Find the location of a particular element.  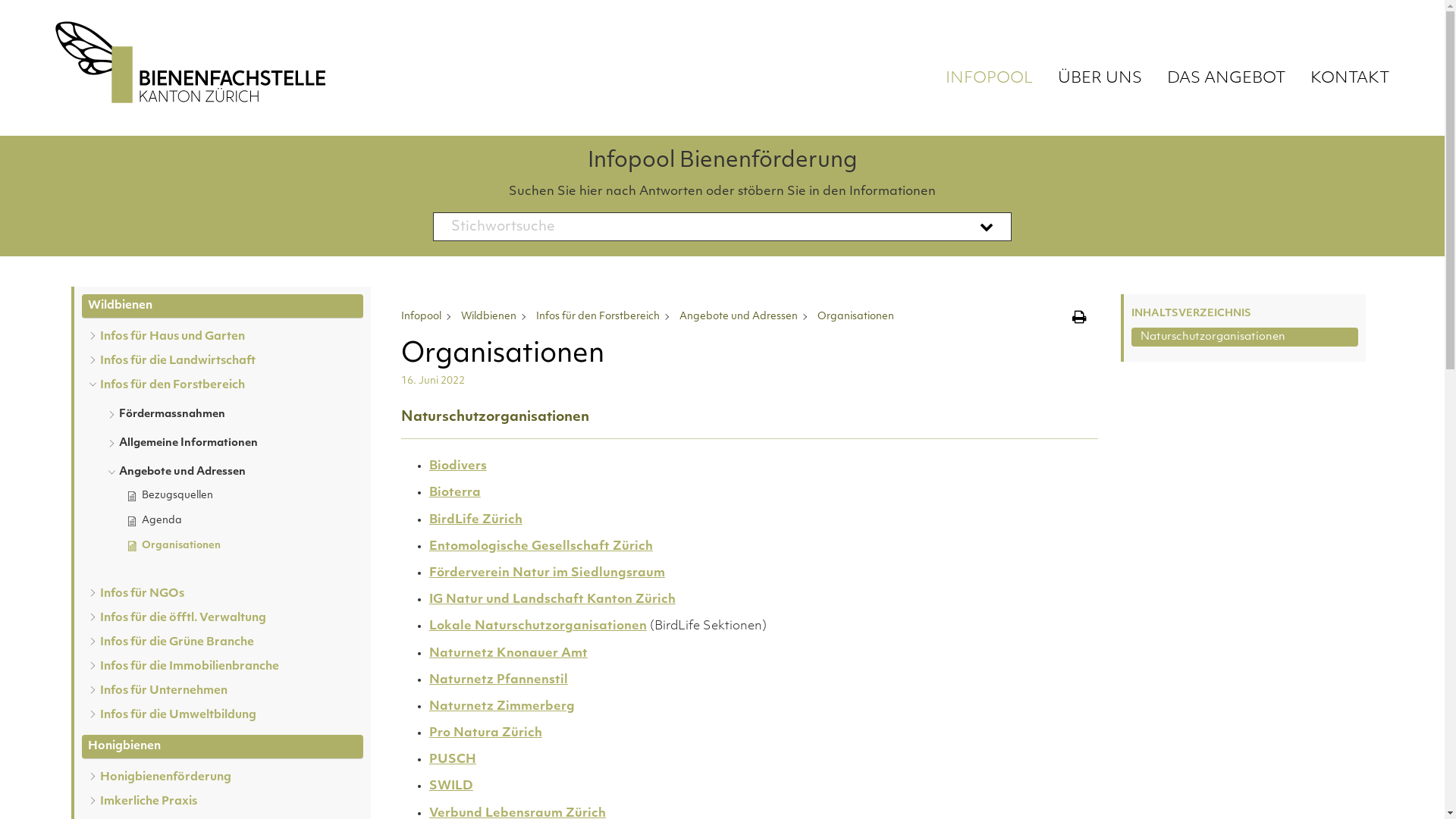

'Bioterra' is located at coordinates (454, 493).